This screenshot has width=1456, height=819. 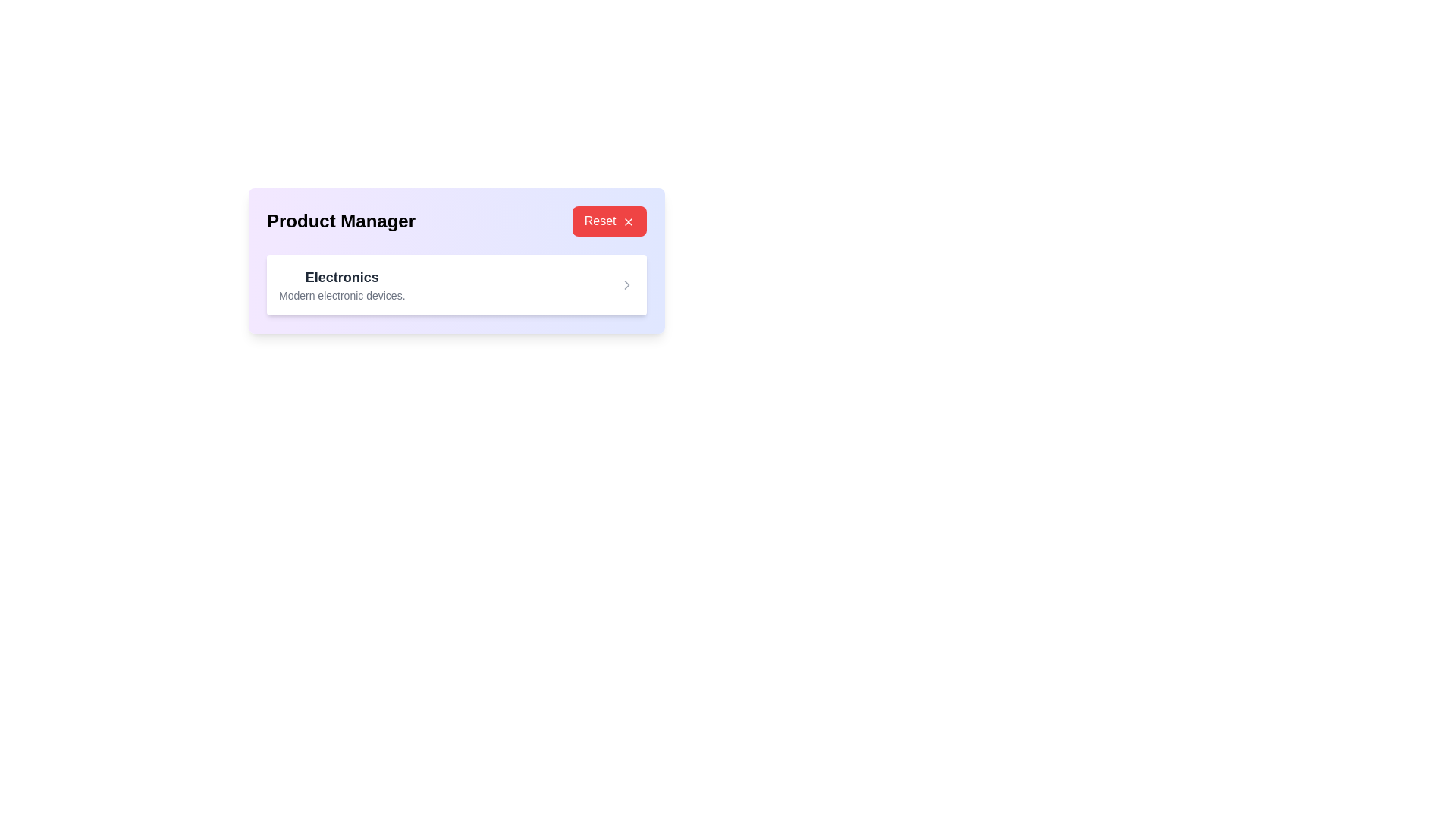 What do you see at coordinates (629, 221) in the screenshot?
I see `the reset icon located at the right end of the 'Reset' button in the upper-right corner of the 'Product Manager' card` at bounding box center [629, 221].